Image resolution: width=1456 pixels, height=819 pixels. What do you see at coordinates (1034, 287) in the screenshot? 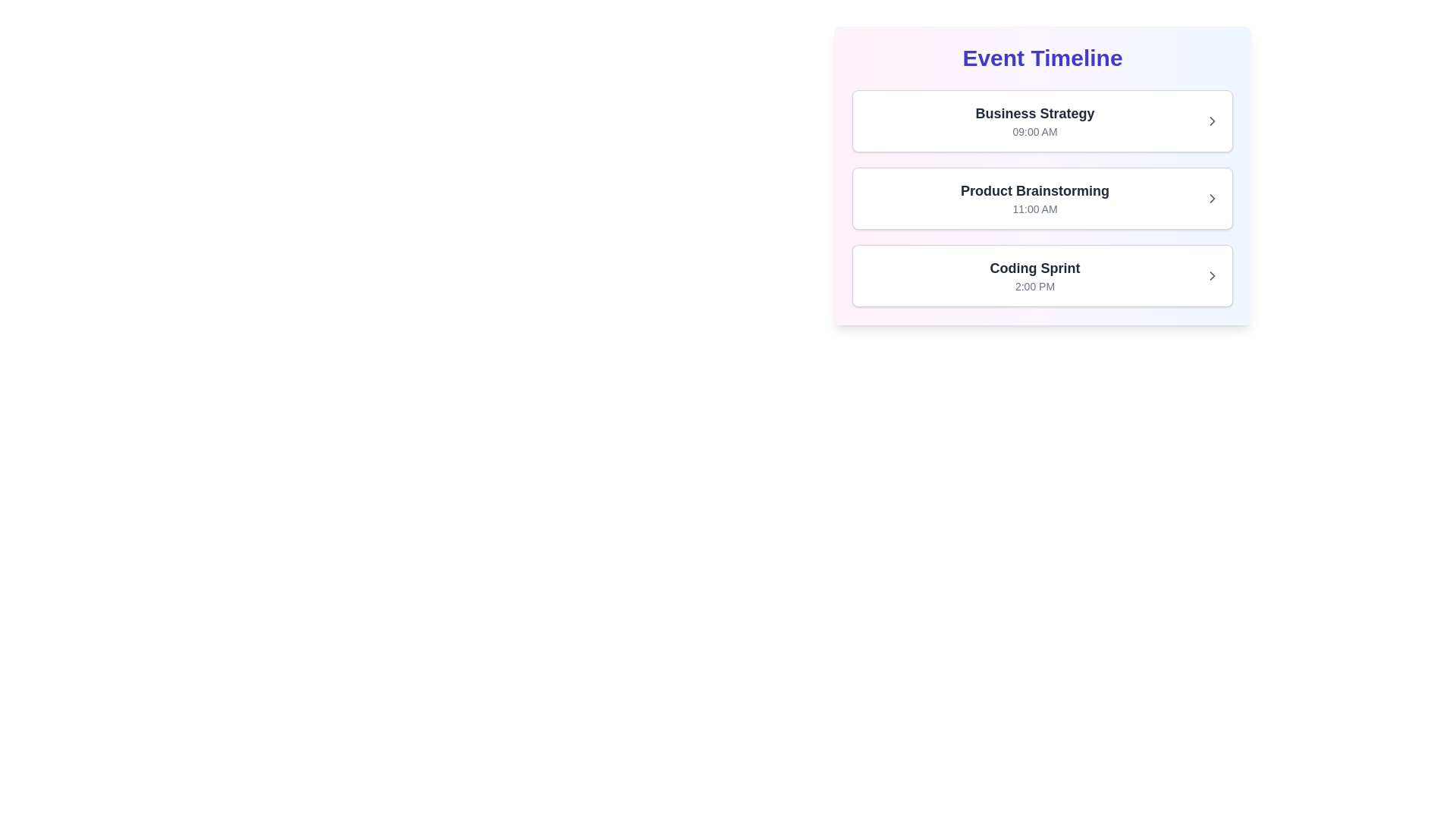
I see `the text label displaying the time for the 'Coding Sprint' event, which is located beneath the title 'Coding Sprint' and to the left of the arrow icon` at bounding box center [1034, 287].